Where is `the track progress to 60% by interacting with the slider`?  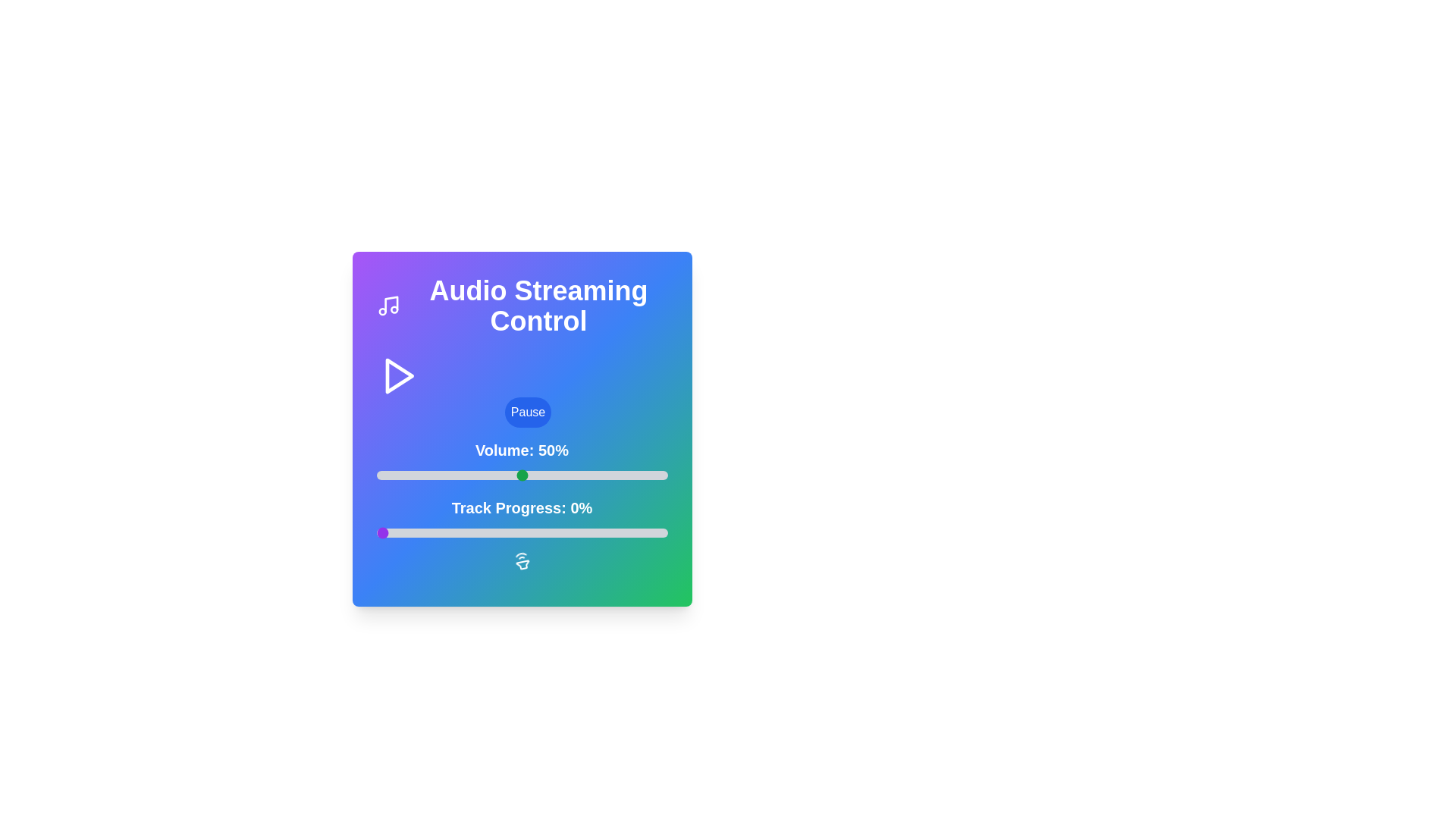
the track progress to 60% by interacting with the slider is located at coordinates (550, 532).